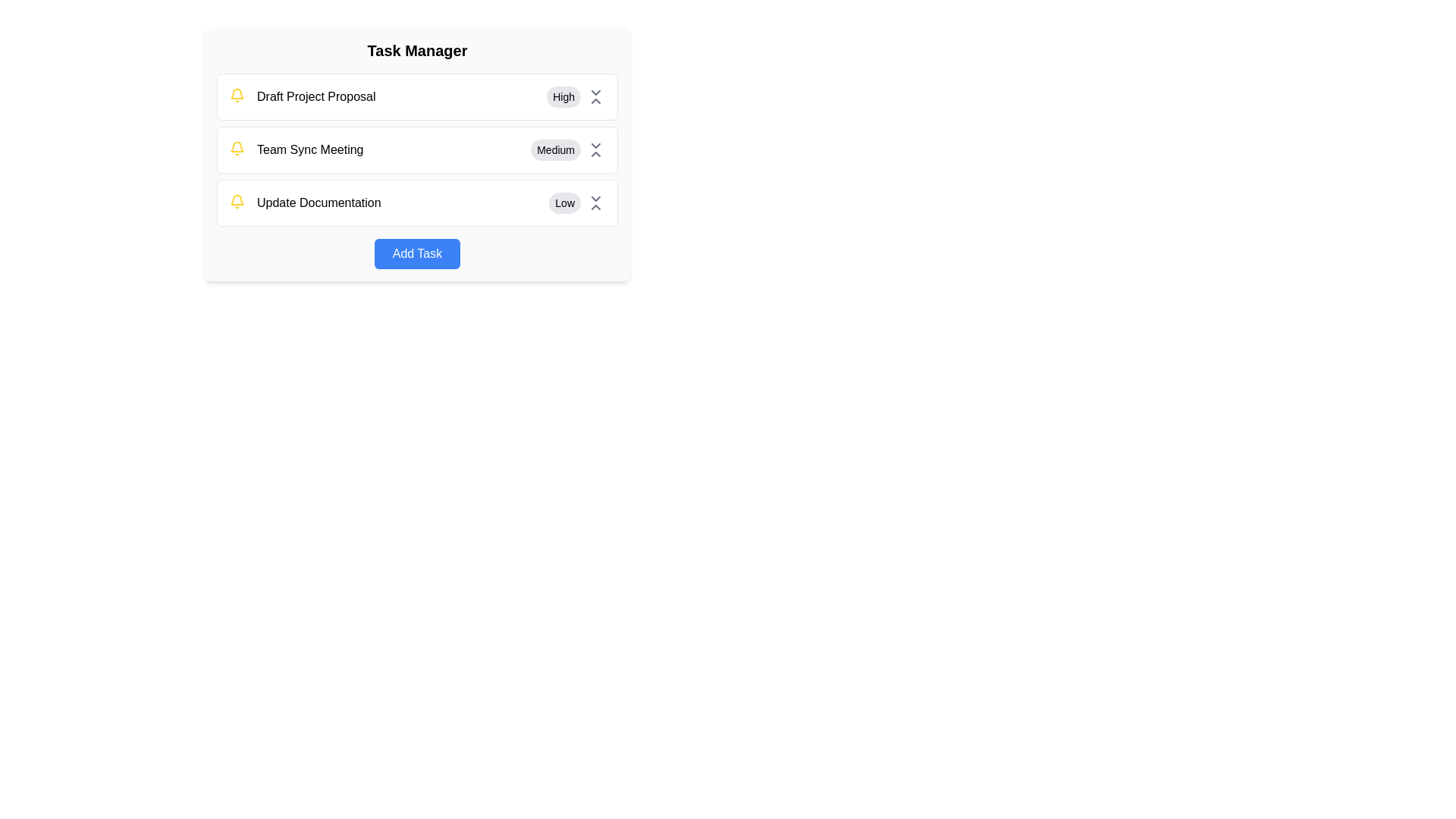  I want to click on the text label styled with the word 'High', which signifies priority and is positioned to the right of 'Draft Project Proposal', so click(563, 96).